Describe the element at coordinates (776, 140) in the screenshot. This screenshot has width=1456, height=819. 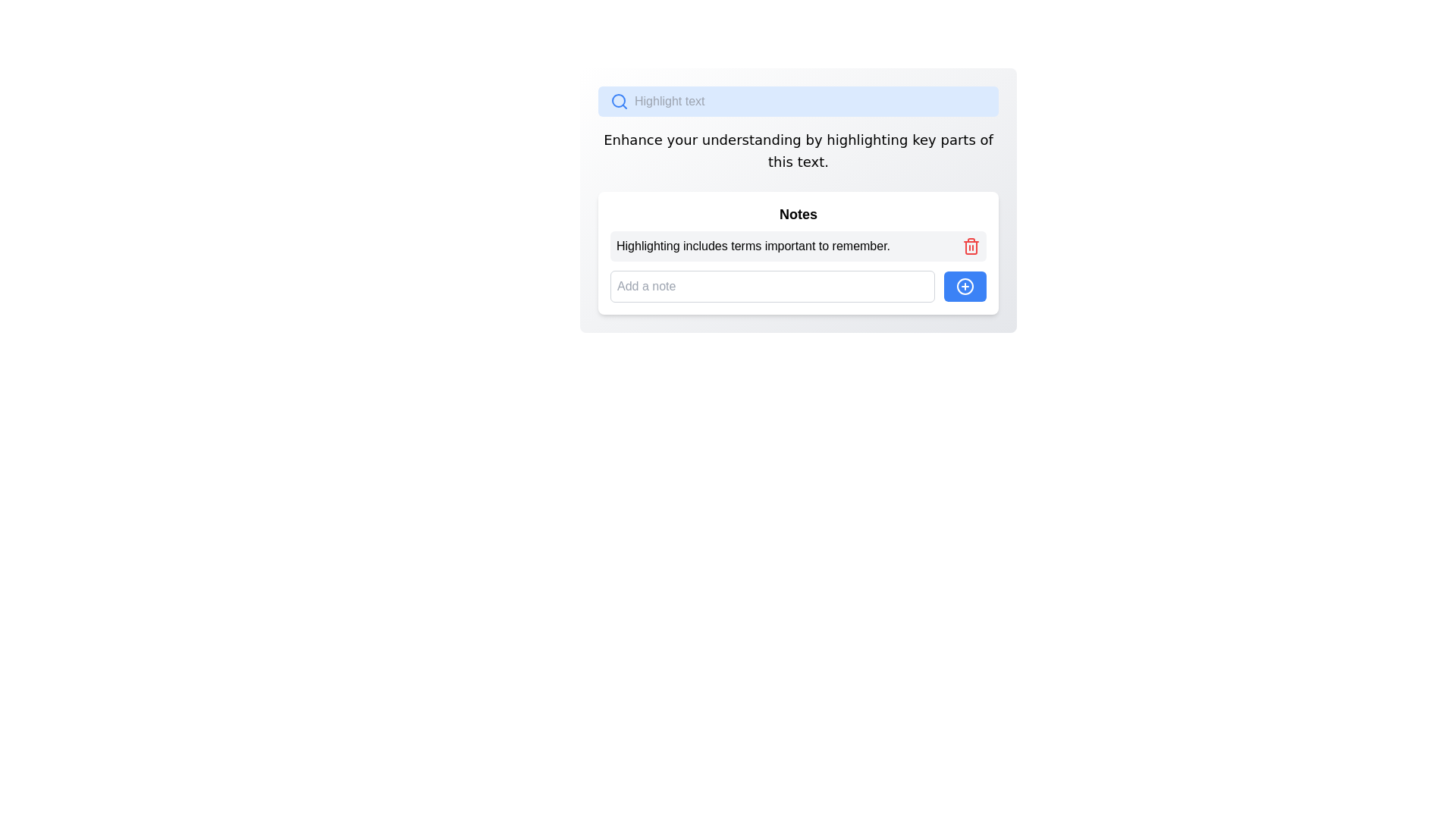
I see `the lowercase 'd' character rendered in black font, which is the 39th character in the sentence 'Enhance your understanding by highlighting key parts of this text.'` at that location.